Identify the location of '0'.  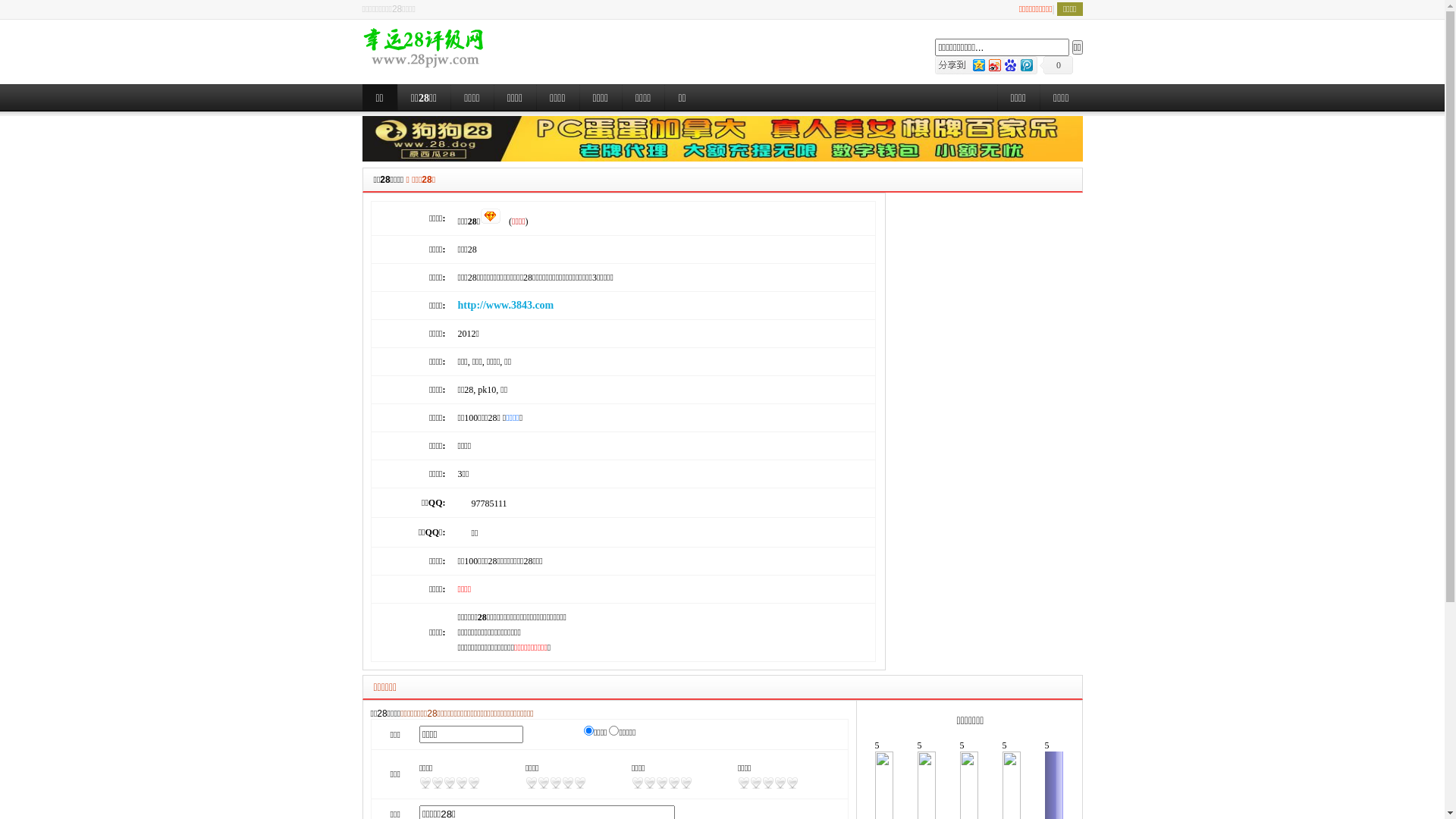
(1055, 64).